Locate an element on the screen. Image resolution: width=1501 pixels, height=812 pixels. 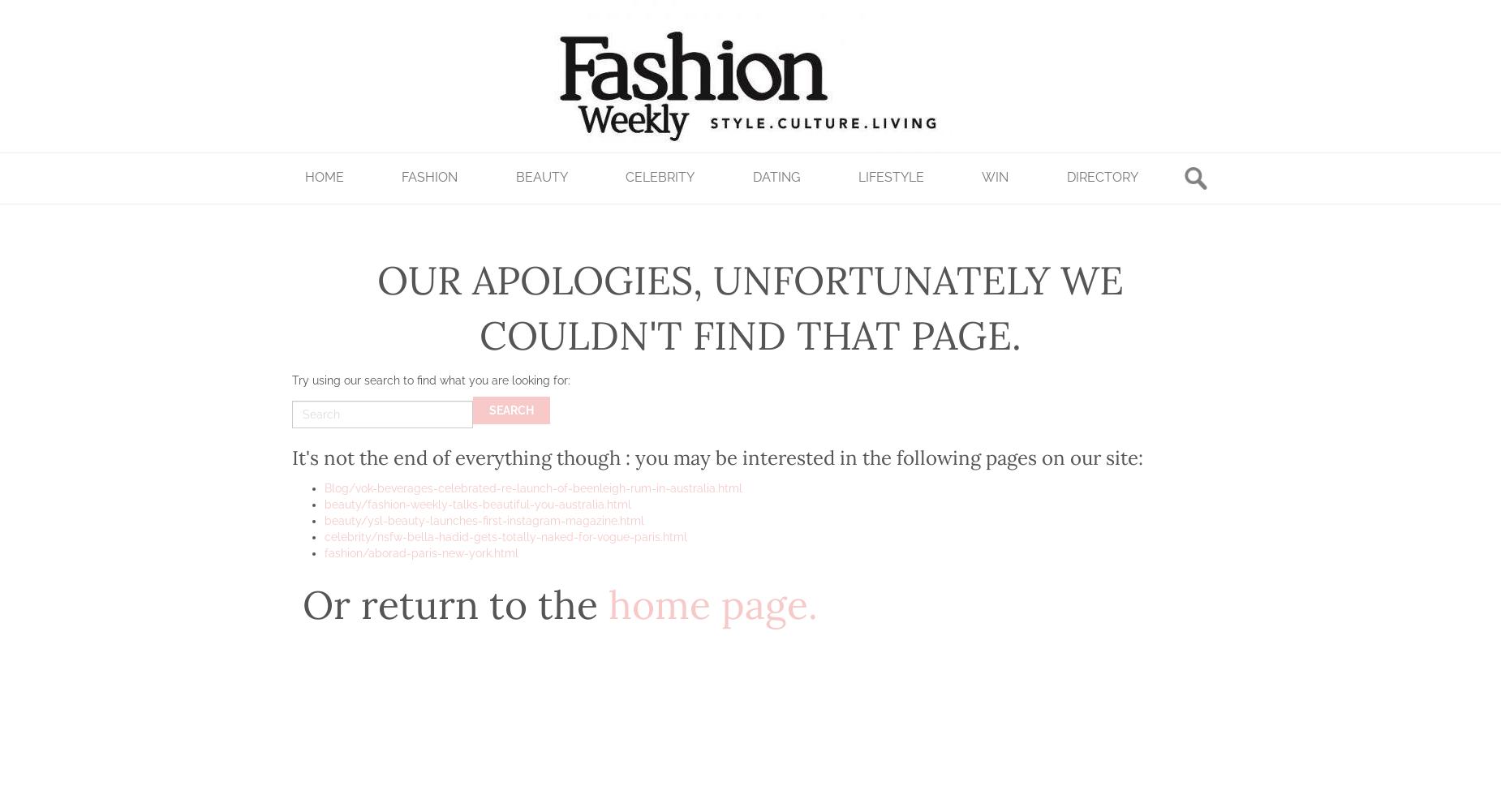
'Directory' is located at coordinates (1101, 175).